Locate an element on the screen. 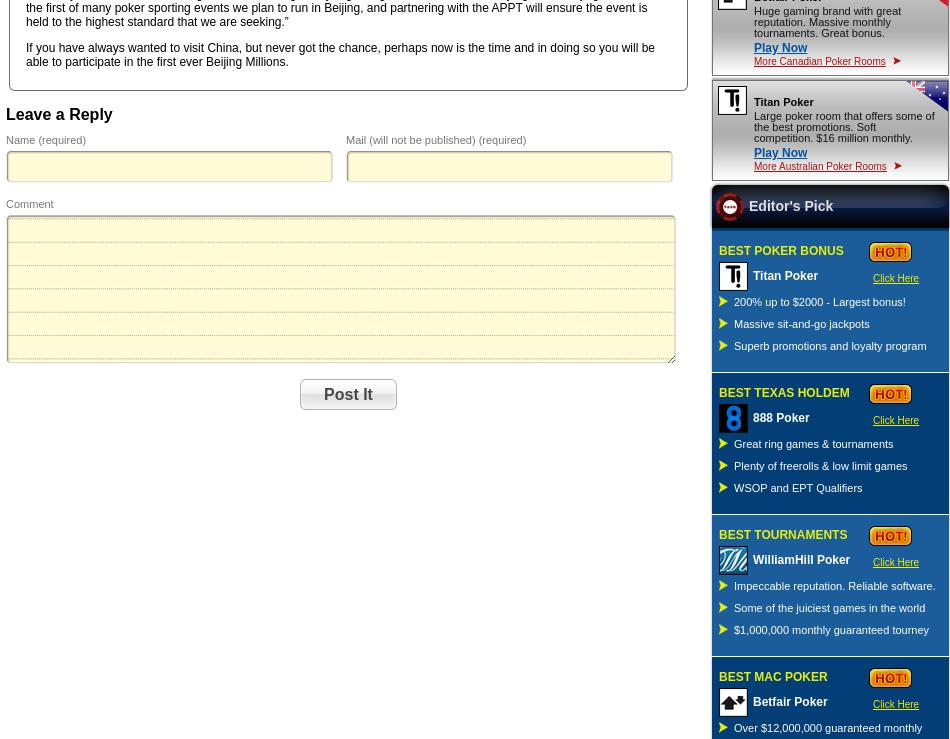 Image resolution: width=950 pixels, height=739 pixels. '888 Poker' is located at coordinates (779, 416).